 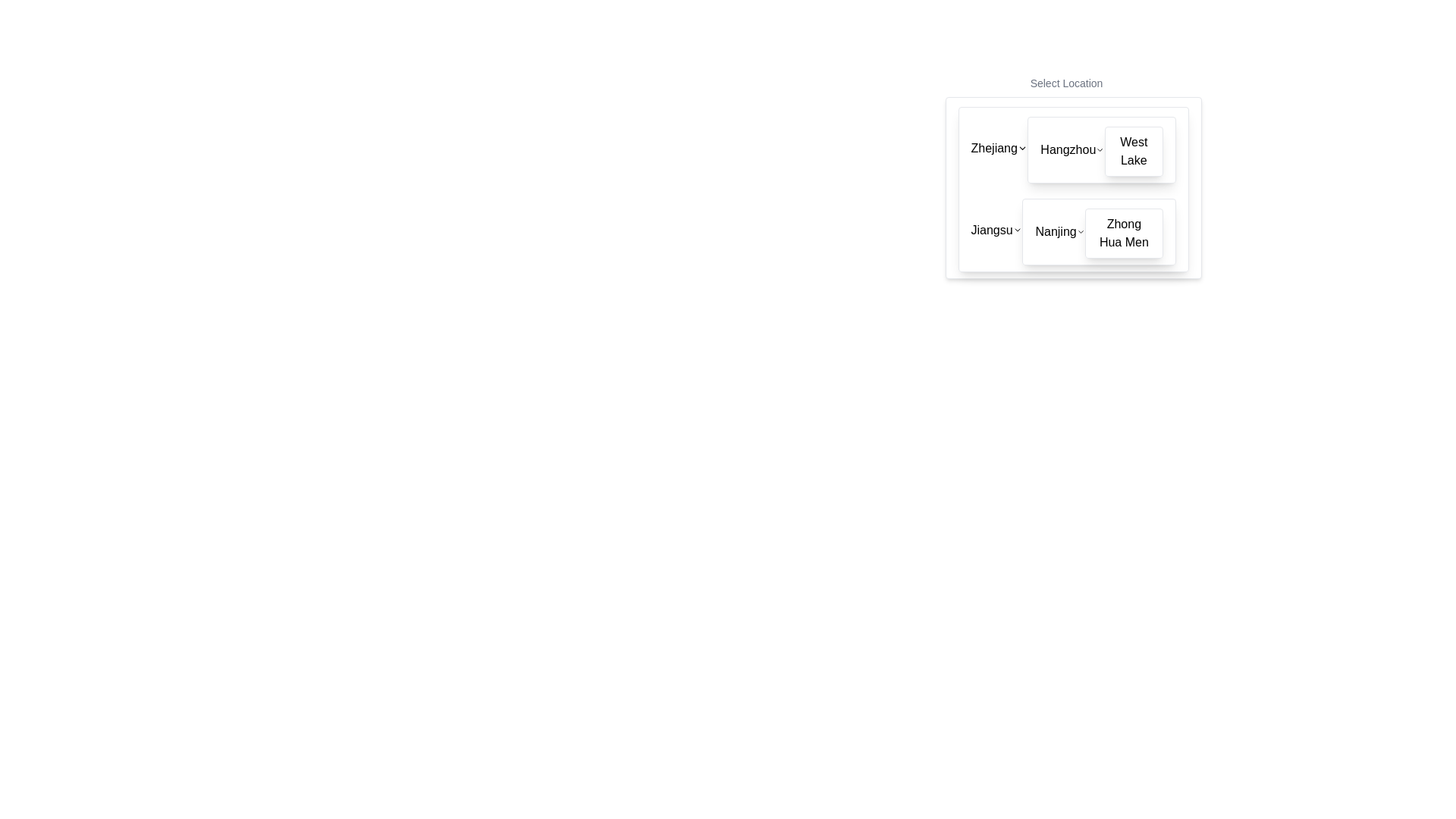 I want to click on the list item that displays 'Zhong Hua Men', so click(x=1099, y=231).